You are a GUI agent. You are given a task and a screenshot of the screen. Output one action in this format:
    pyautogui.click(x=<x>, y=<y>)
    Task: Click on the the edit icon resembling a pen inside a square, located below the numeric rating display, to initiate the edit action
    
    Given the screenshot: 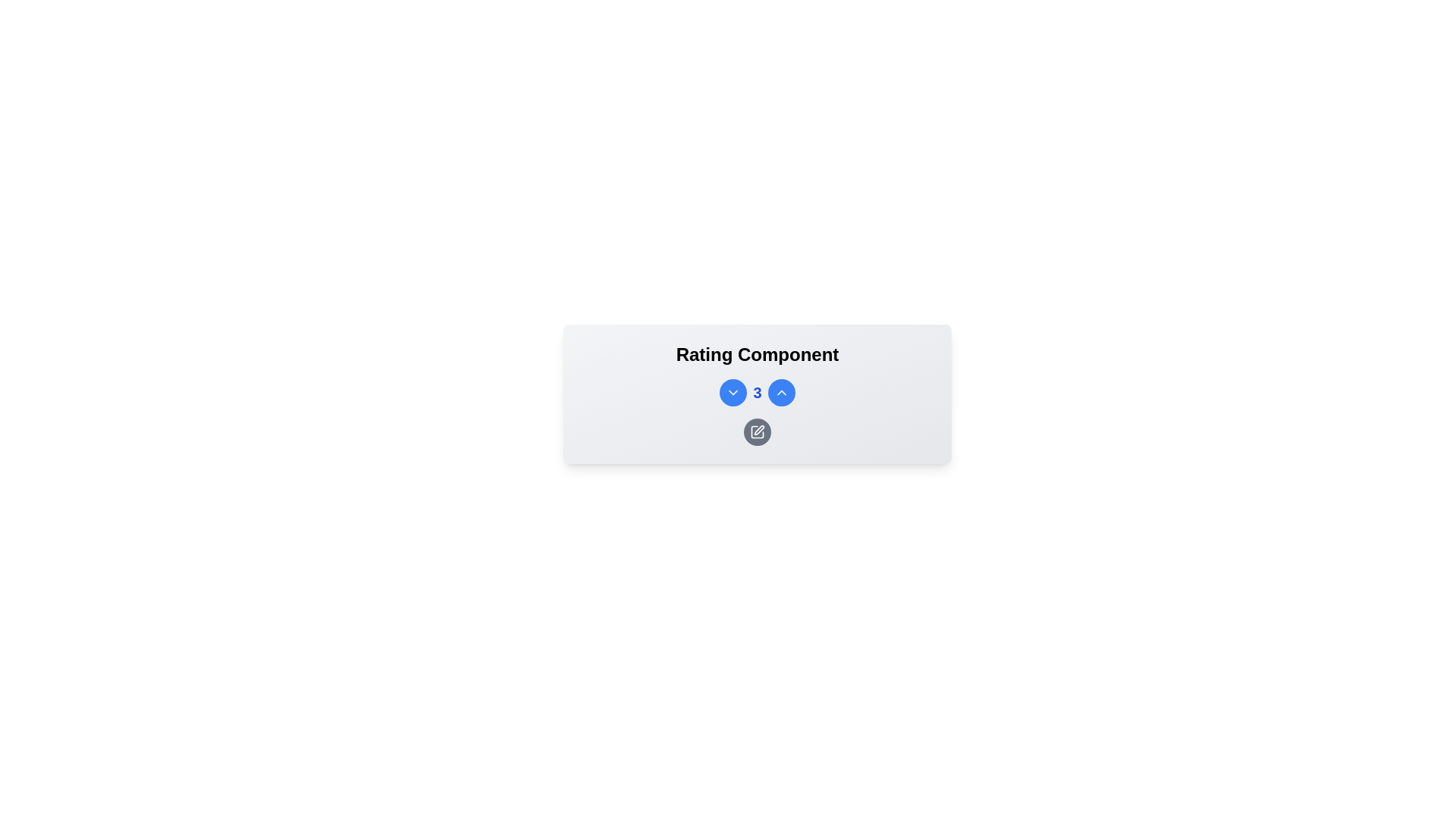 What is the action you would take?
    pyautogui.click(x=759, y=430)
    